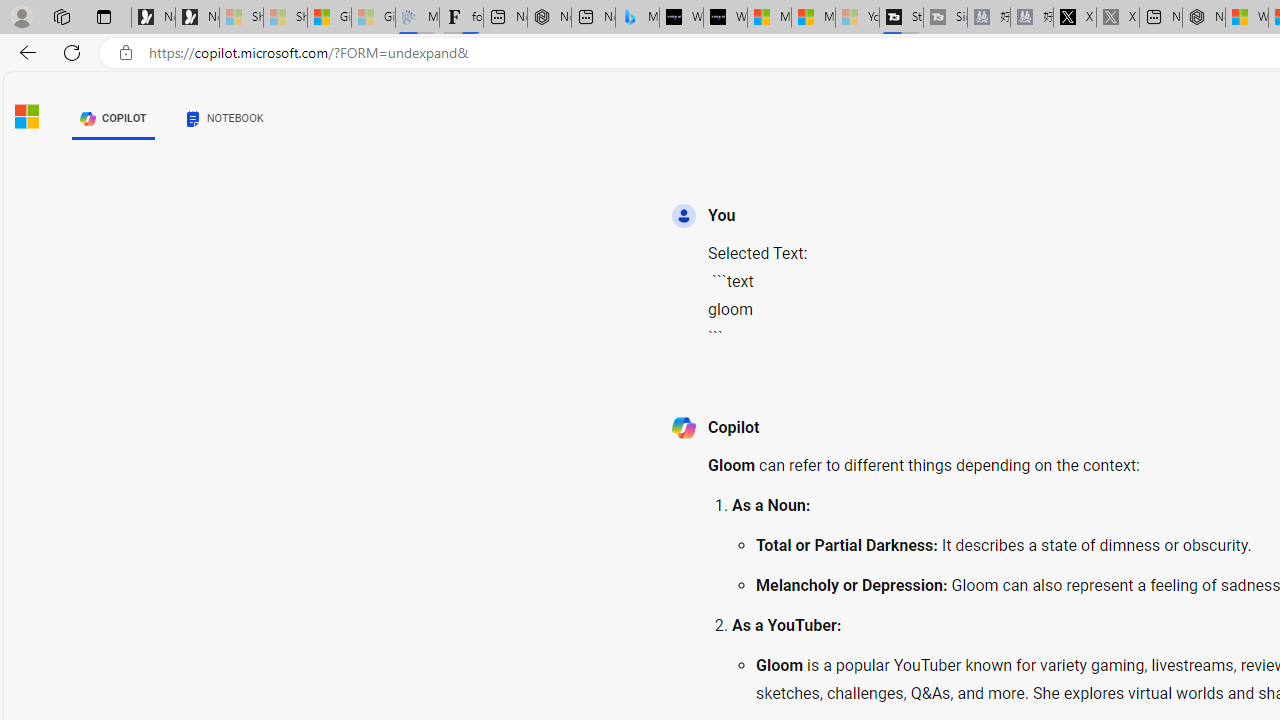  Describe the element at coordinates (900, 17) in the screenshot. I see `'Streaming Coverage | T3'` at that location.